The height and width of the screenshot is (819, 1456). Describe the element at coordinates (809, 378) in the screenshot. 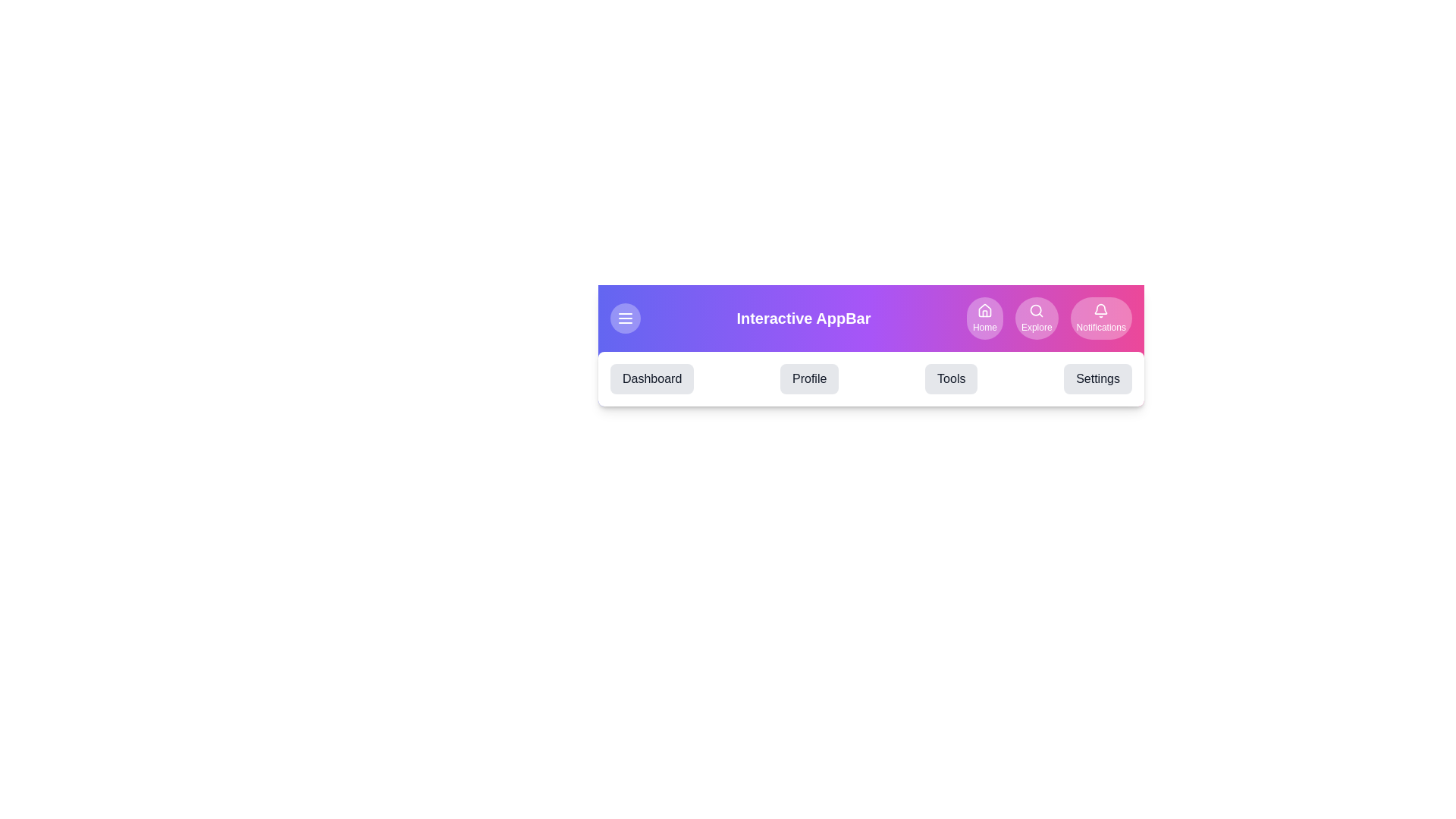

I see `the Profile in the navigation menu` at that location.